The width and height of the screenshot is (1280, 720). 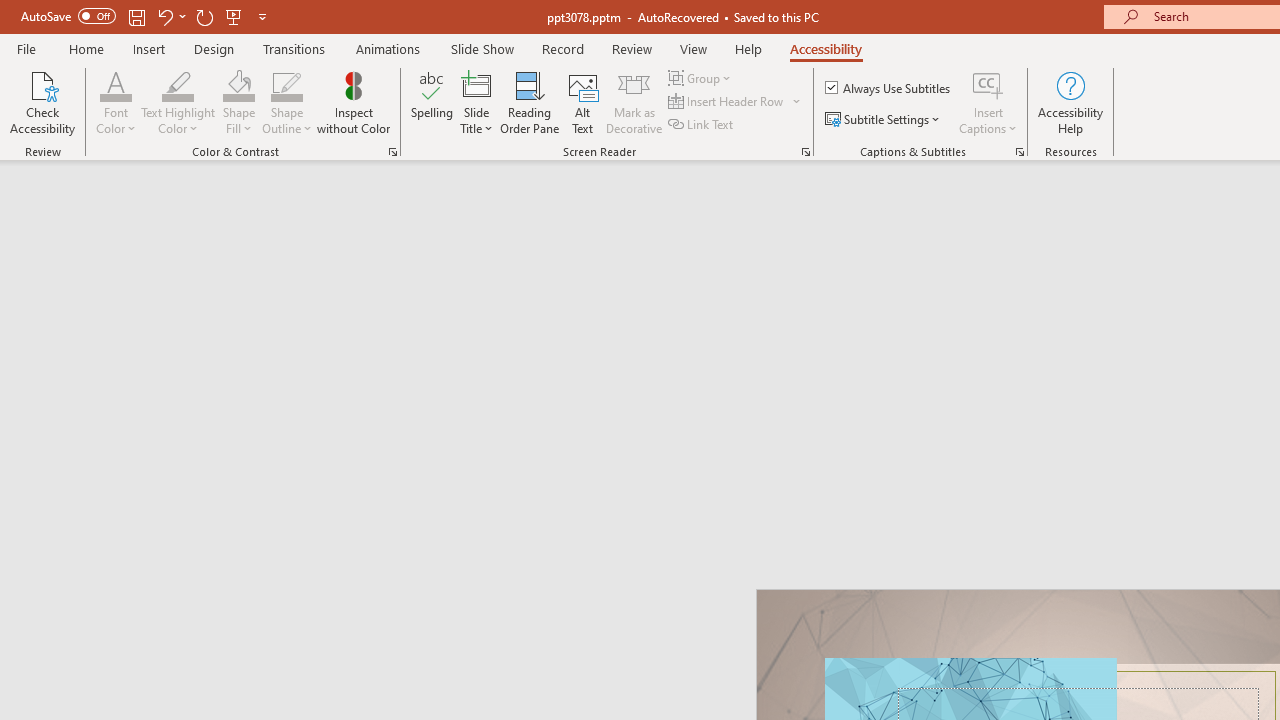 What do you see at coordinates (633, 103) in the screenshot?
I see `'Mark as Decorative'` at bounding box center [633, 103].